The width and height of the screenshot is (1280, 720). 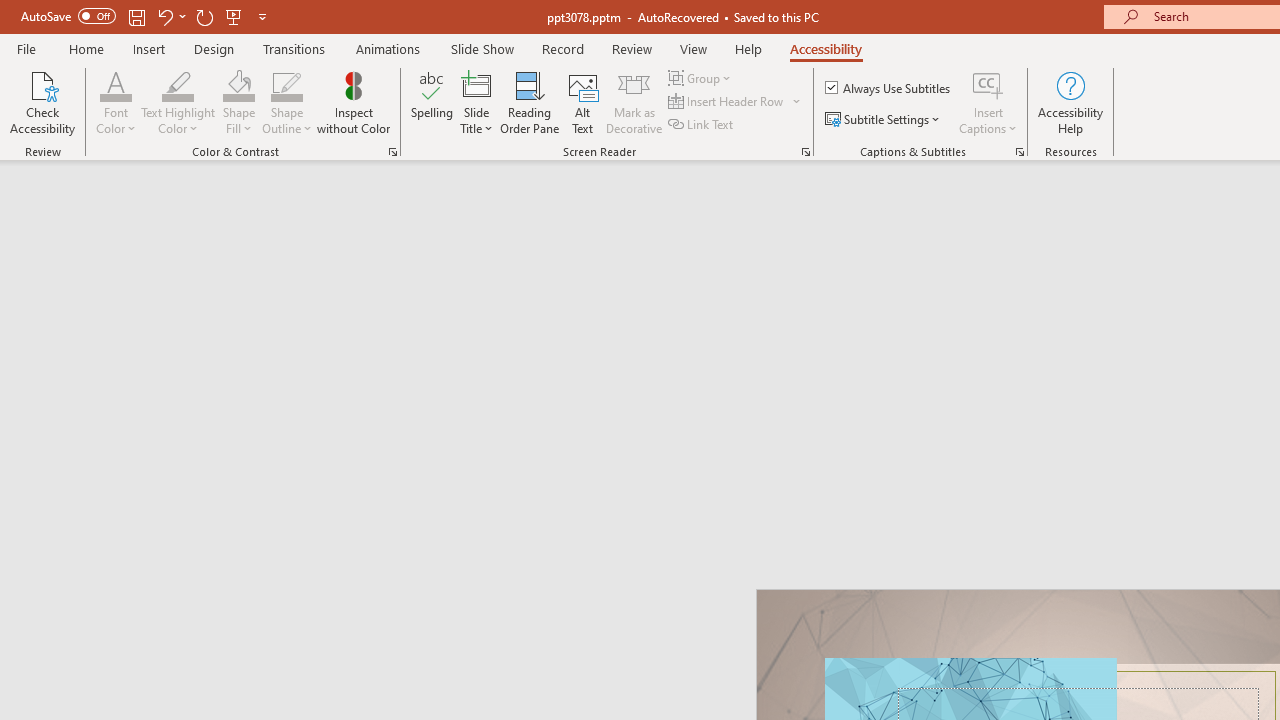 What do you see at coordinates (633, 103) in the screenshot?
I see `'Mark as Decorative'` at bounding box center [633, 103].